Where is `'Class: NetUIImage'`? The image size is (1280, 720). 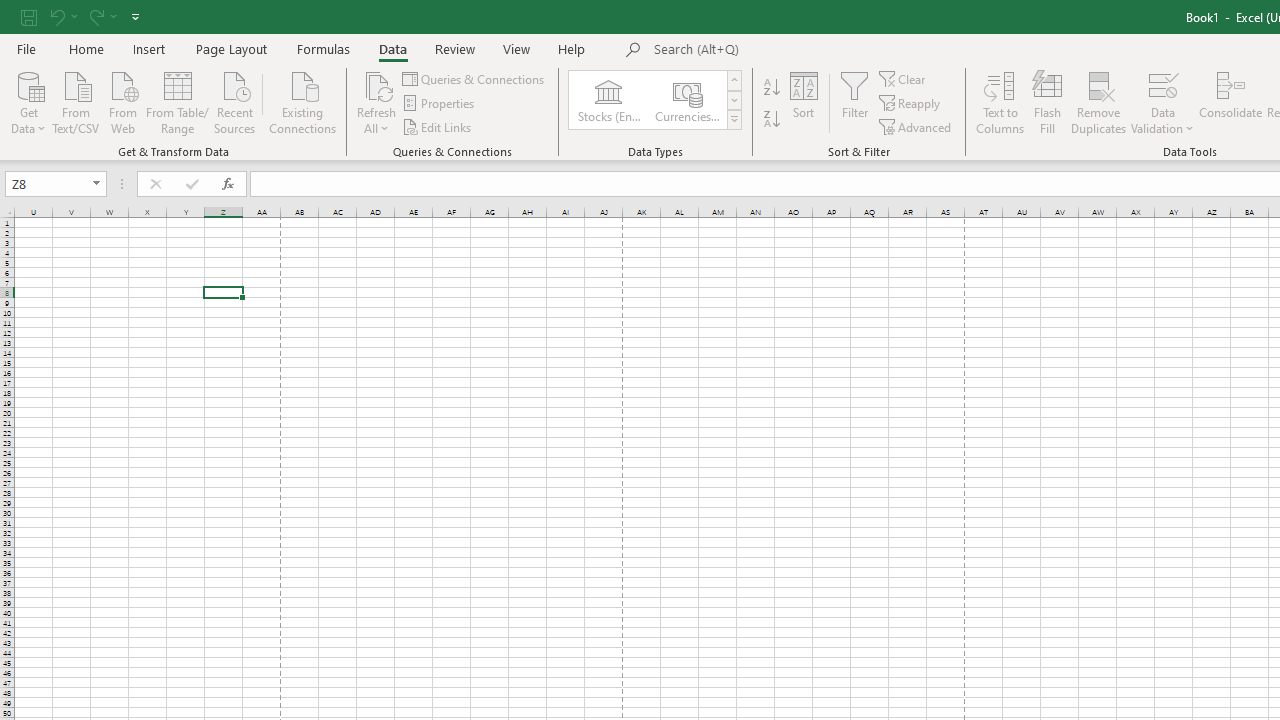
'Class: NetUIImage' is located at coordinates (733, 119).